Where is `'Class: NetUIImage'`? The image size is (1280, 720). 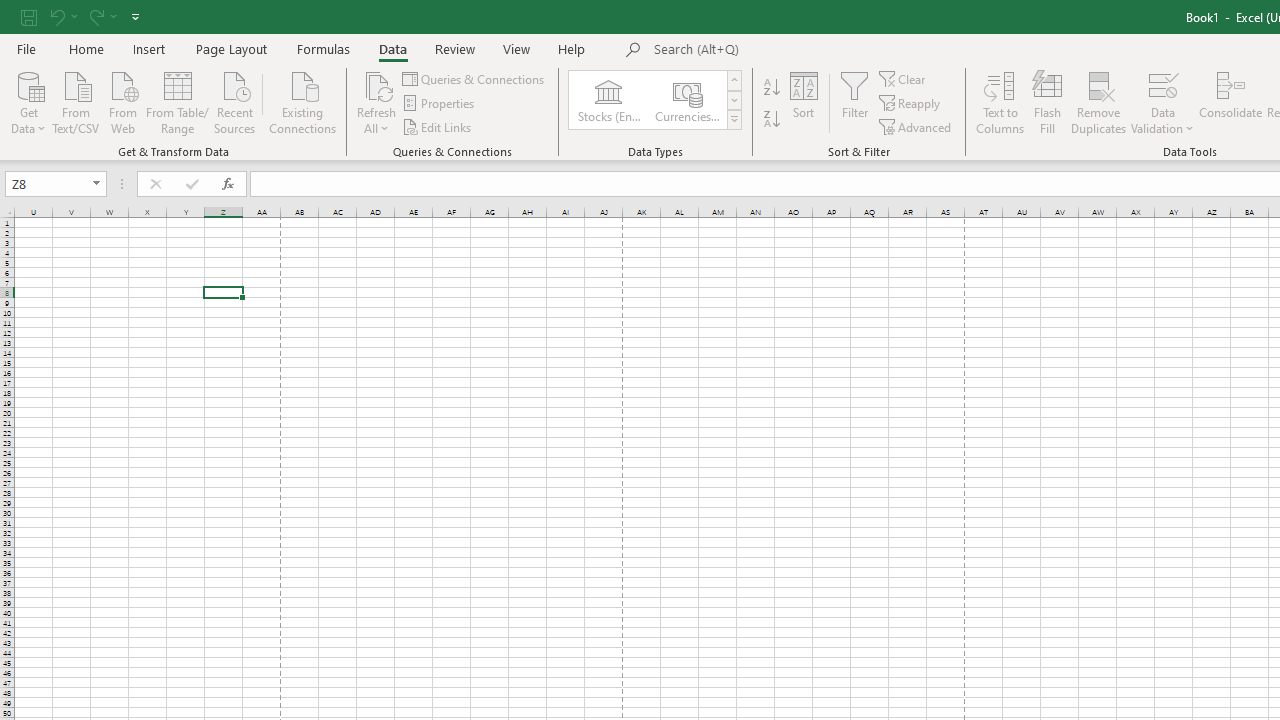
'Class: NetUIImage' is located at coordinates (733, 119).